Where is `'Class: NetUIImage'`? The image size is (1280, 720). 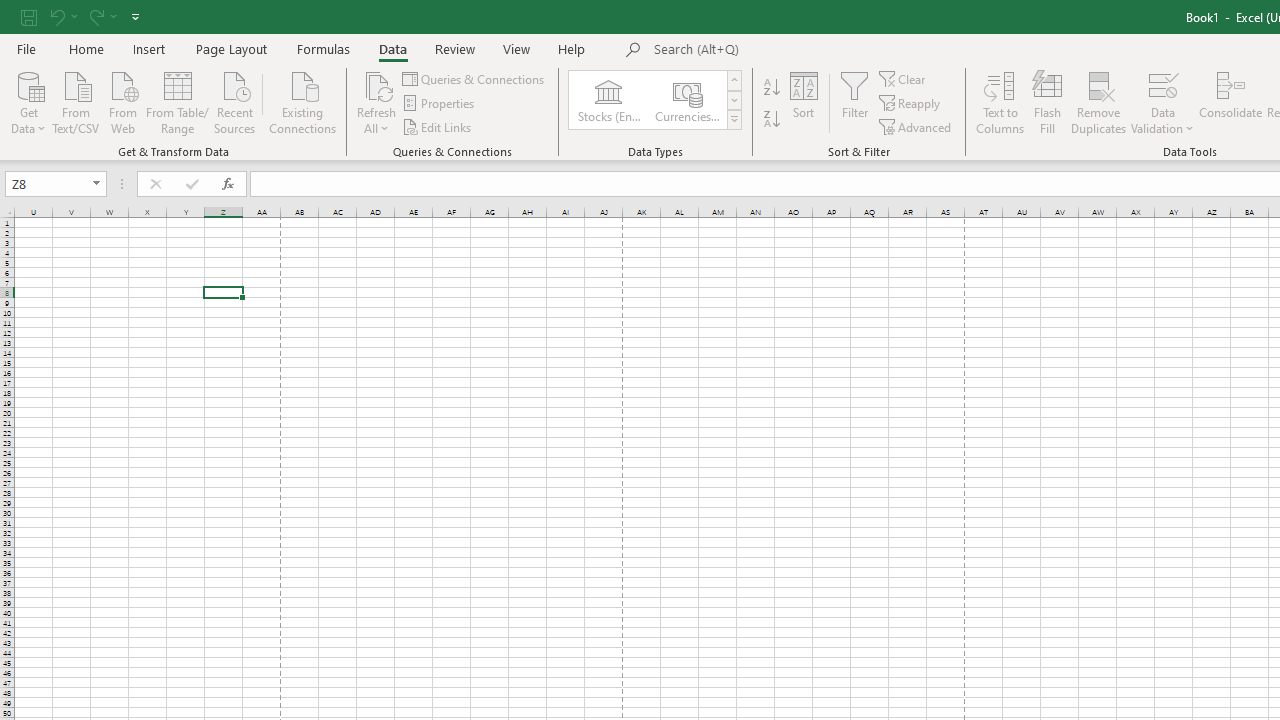
'Class: NetUIImage' is located at coordinates (733, 119).